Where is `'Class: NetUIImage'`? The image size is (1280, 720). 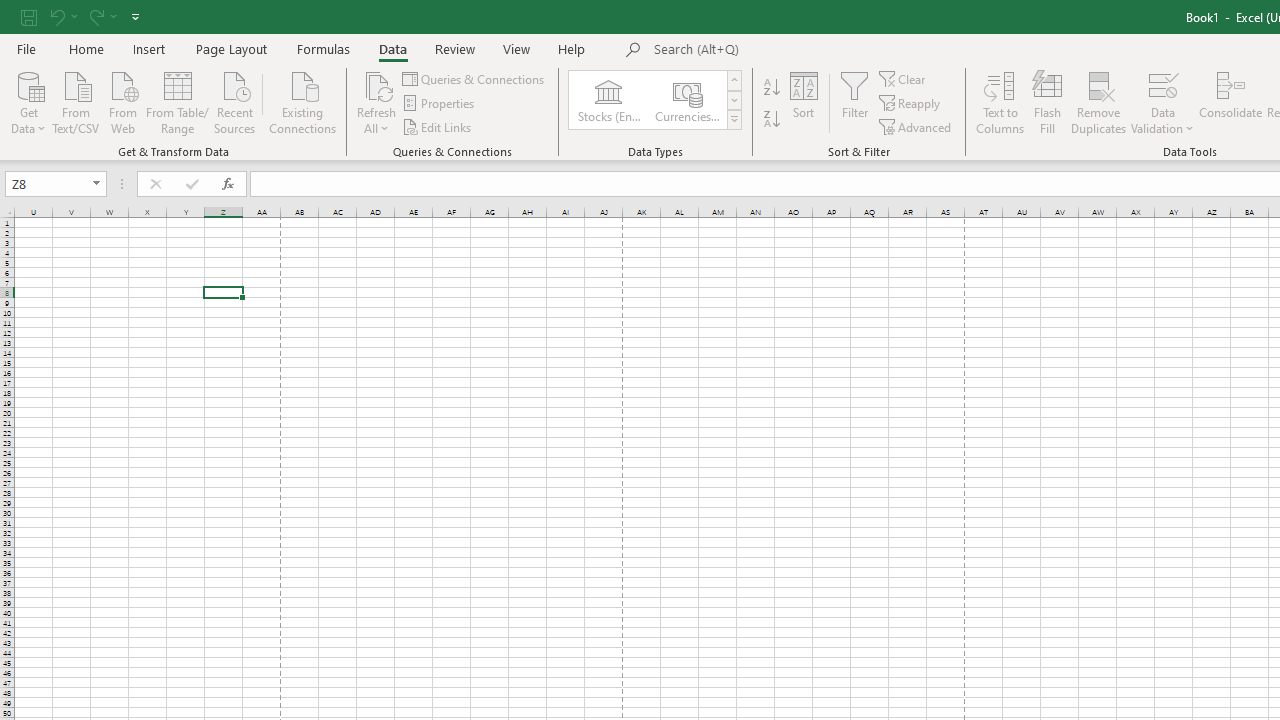
'Class: NetUIImage' is located at coordinates (733, 119).